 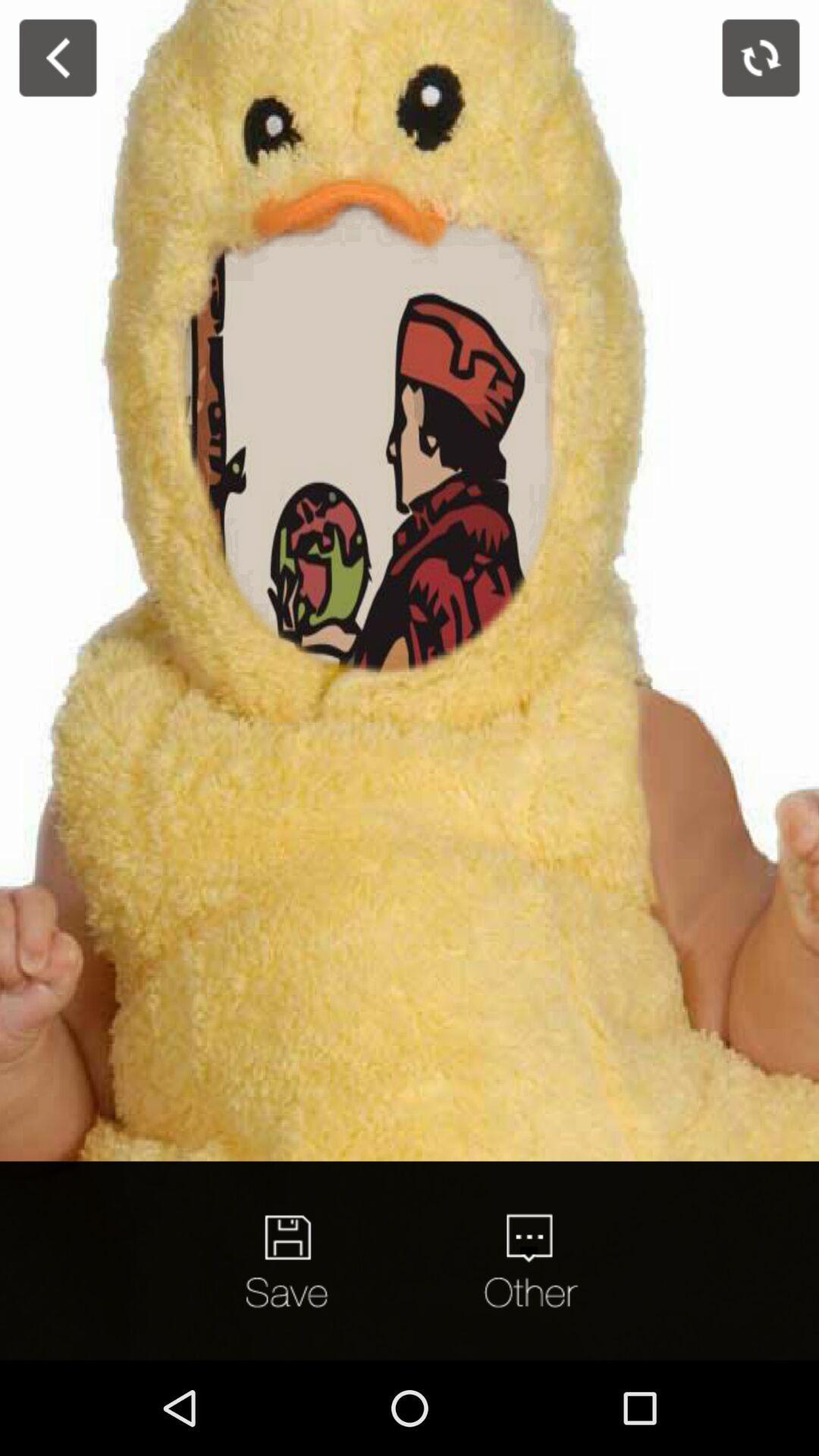 What do you see at coordinates (290, 1260) in the screenshot?
I see `picture` at bounding box center [290, 1260].